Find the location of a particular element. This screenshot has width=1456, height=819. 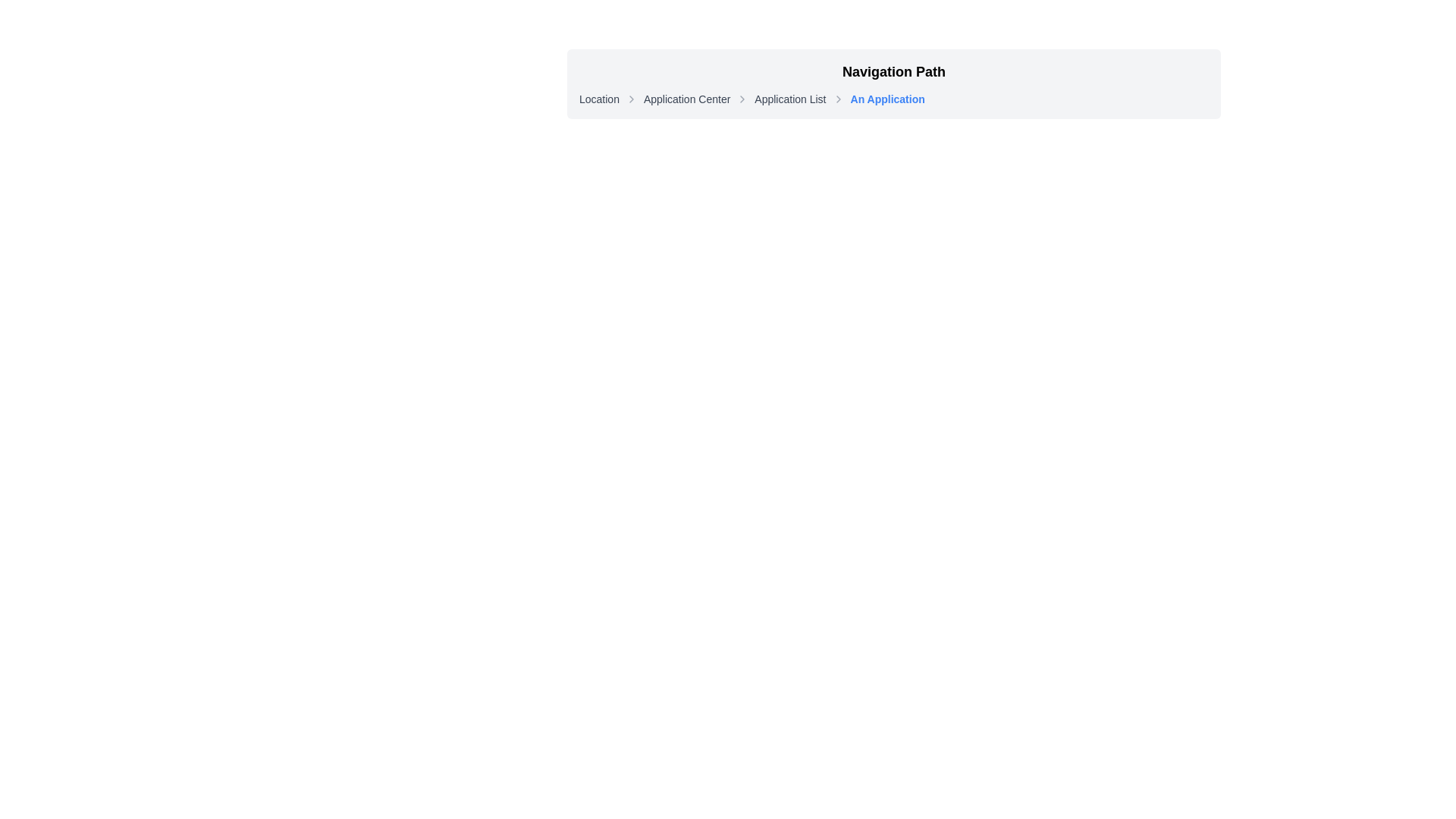

the first chevron icon in the breadcrumb navigation bar, located between the 'Location' and 'Application Center' text links is located at coordinates (631, 99).